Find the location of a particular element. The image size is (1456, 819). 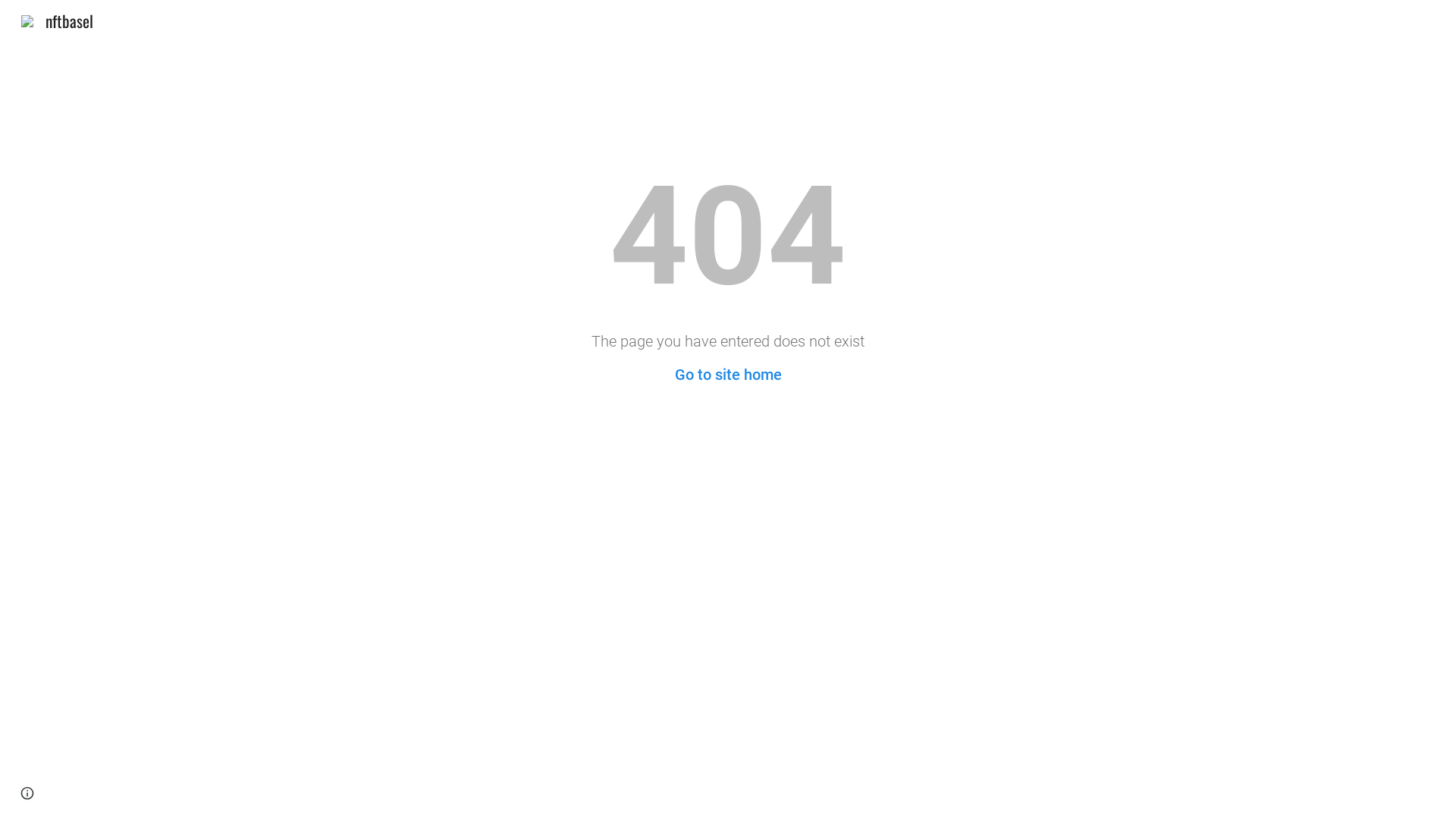

'Go to site home' is located at coordinates (728, 374).